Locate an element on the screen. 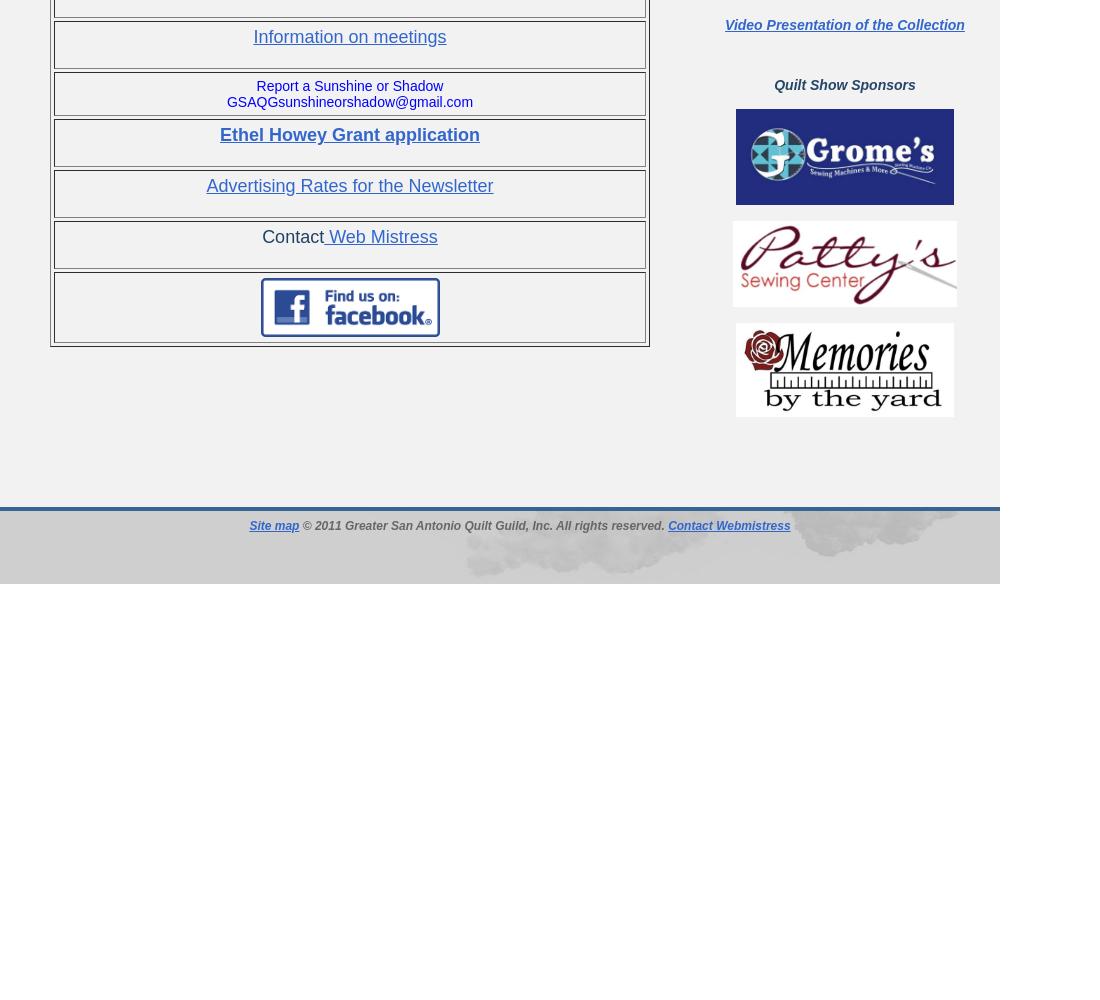 The width and height of the screenshot is (1100, 1000). 'Report a Sunshine or Shadow' is located at coordinates (255, 85).